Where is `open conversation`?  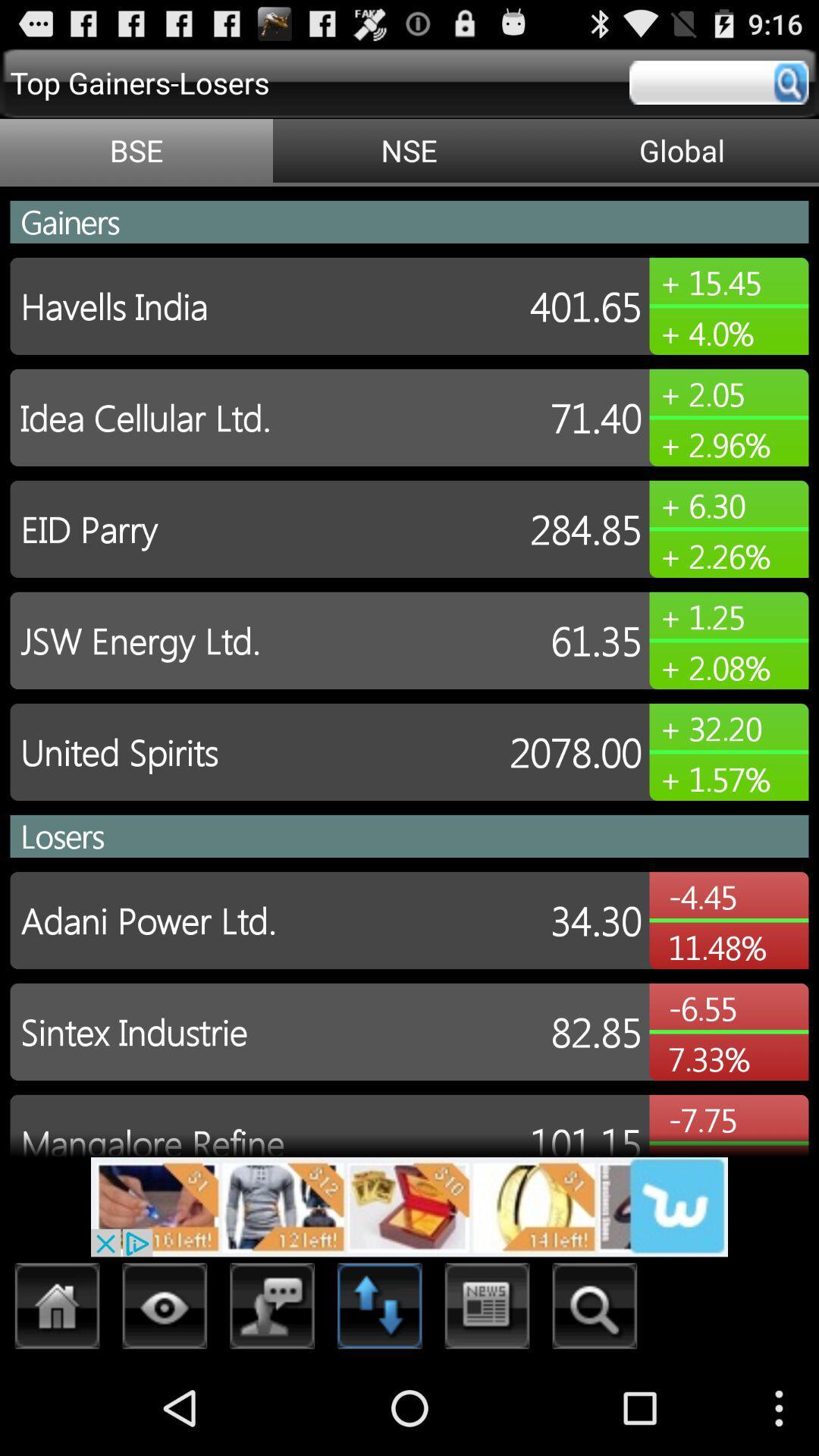 open conversation is located at coordinates (271, 1310).